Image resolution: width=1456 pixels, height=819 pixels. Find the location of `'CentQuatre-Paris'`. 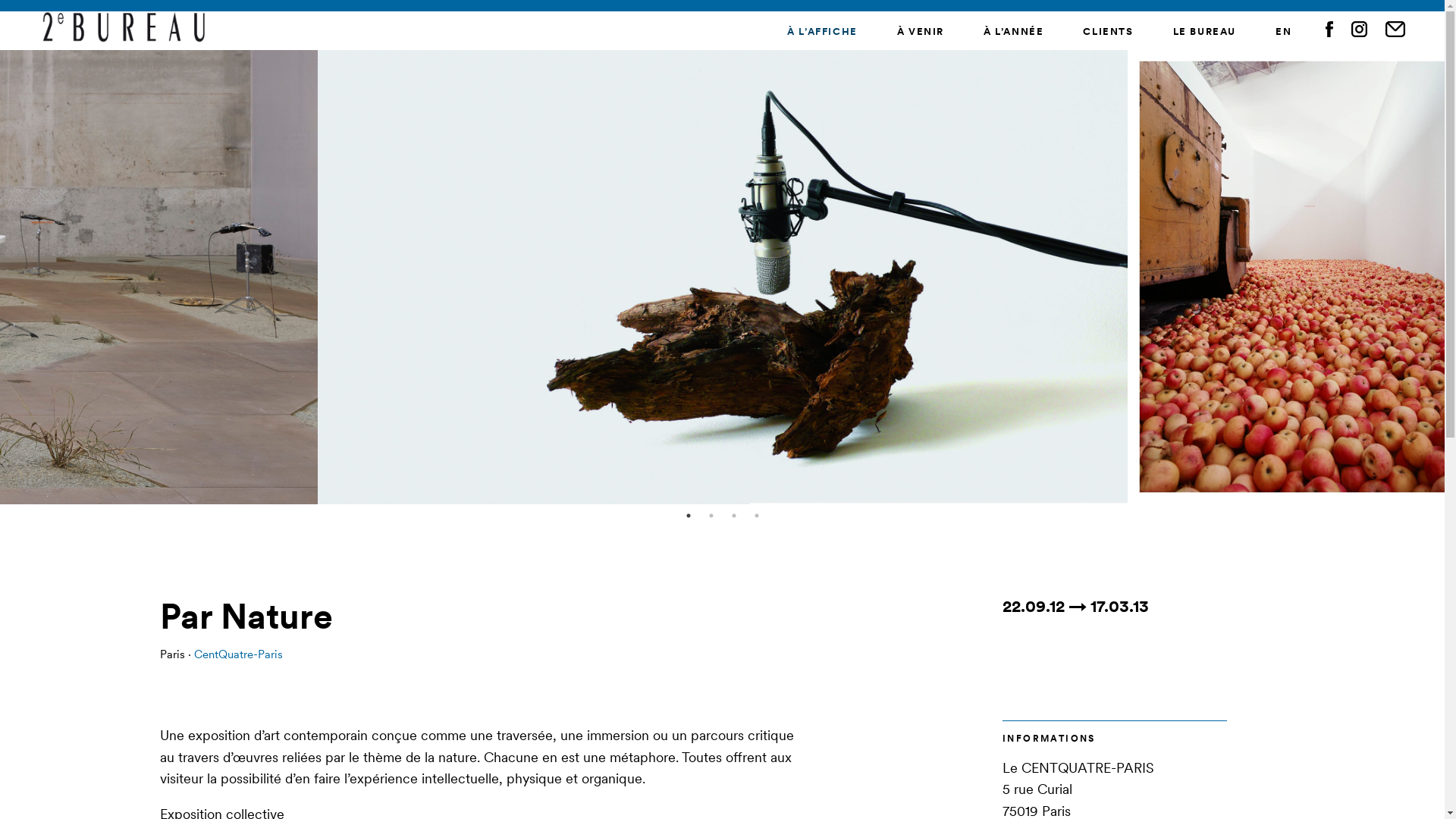

'CentQuatre-Paris' is located at coordinates (237, 653).